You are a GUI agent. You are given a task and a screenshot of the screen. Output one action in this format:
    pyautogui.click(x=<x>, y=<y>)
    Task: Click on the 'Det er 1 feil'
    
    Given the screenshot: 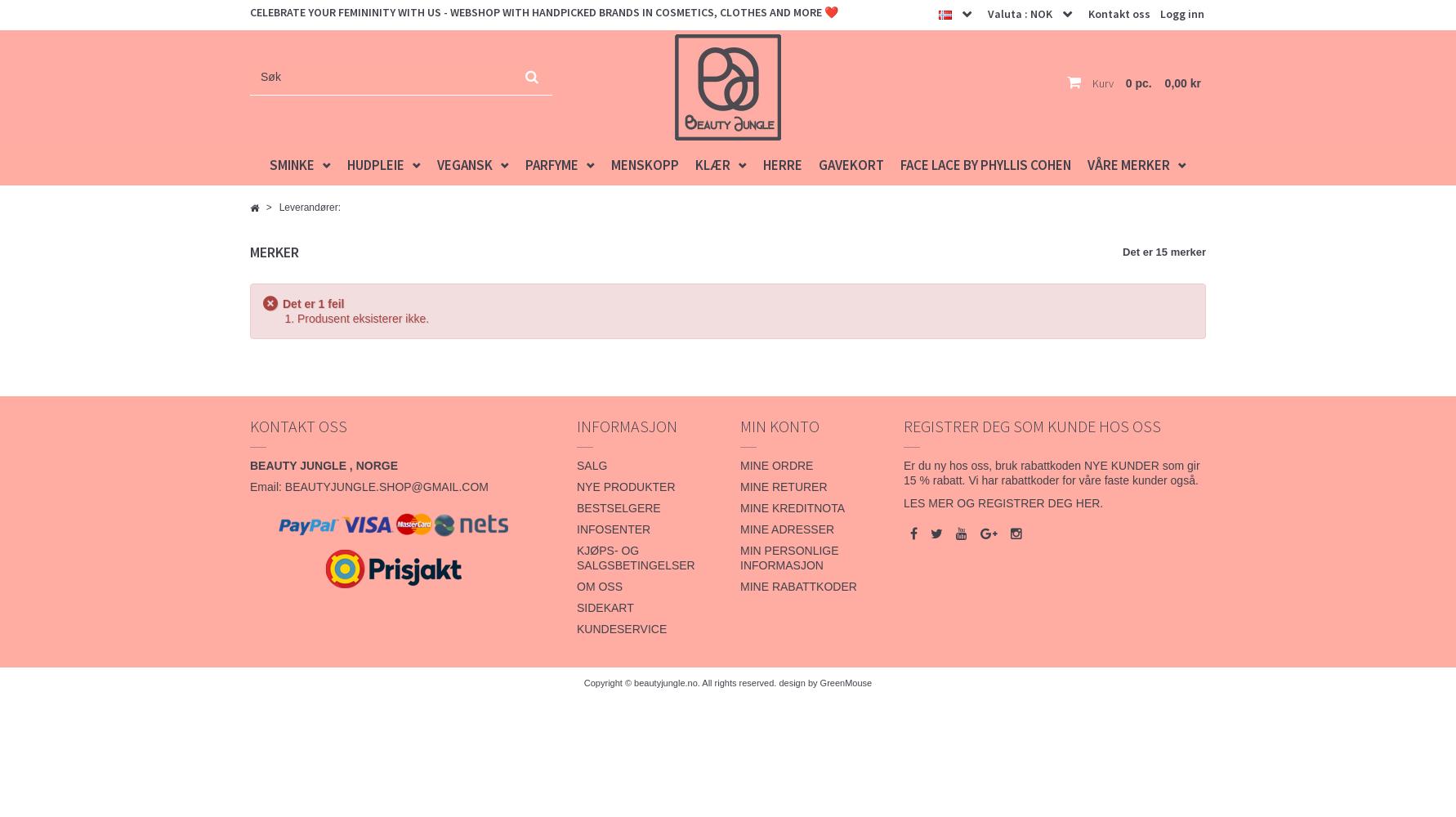 What is the action you would take?
    pyautogui.click(x=313, y=303)
    